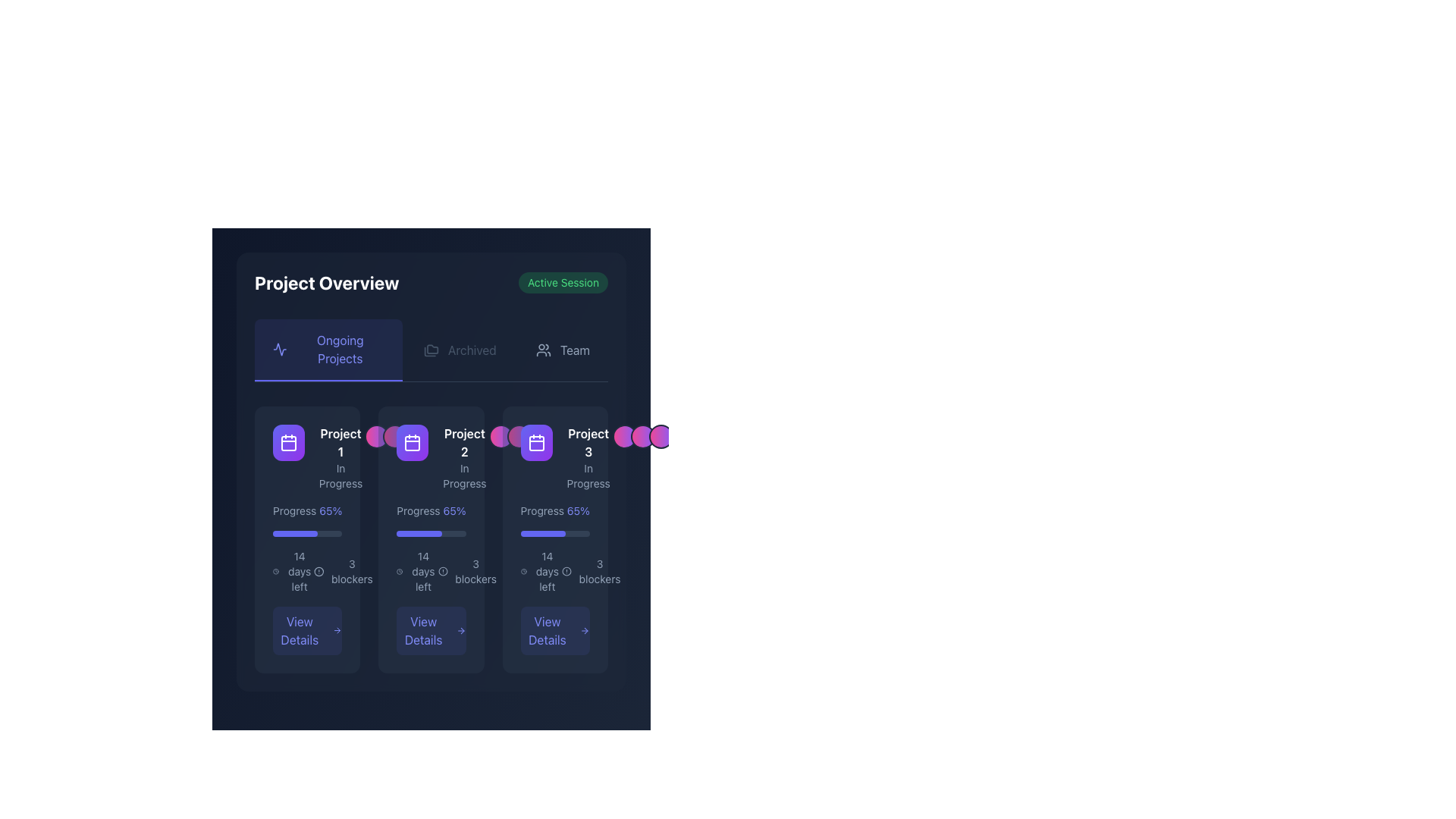  I want to click on the Alert Symbol icon, so click(318, 571).